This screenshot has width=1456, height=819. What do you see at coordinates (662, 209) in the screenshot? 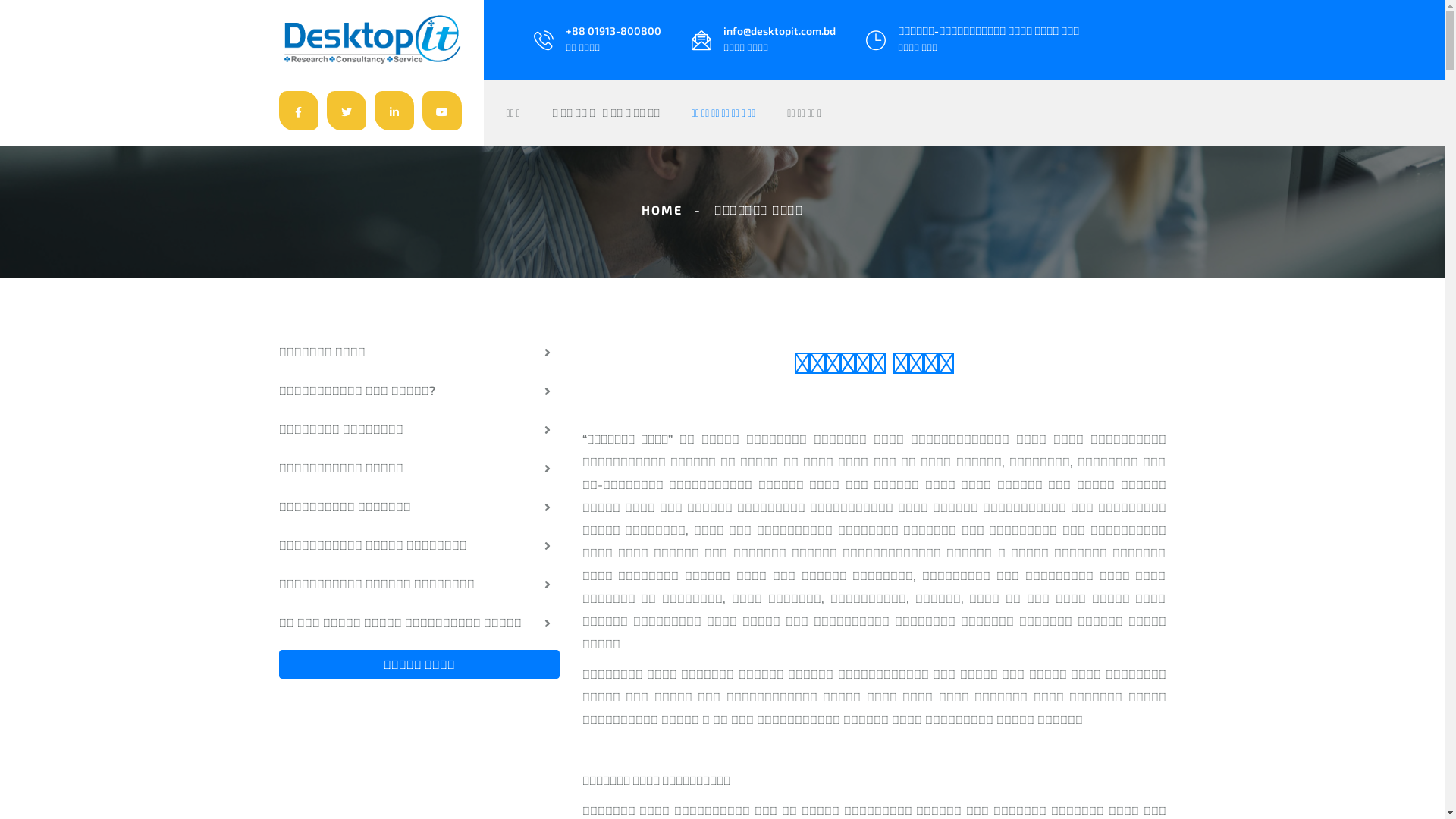
I see `'HOME'` at bounding box center [662, 209].